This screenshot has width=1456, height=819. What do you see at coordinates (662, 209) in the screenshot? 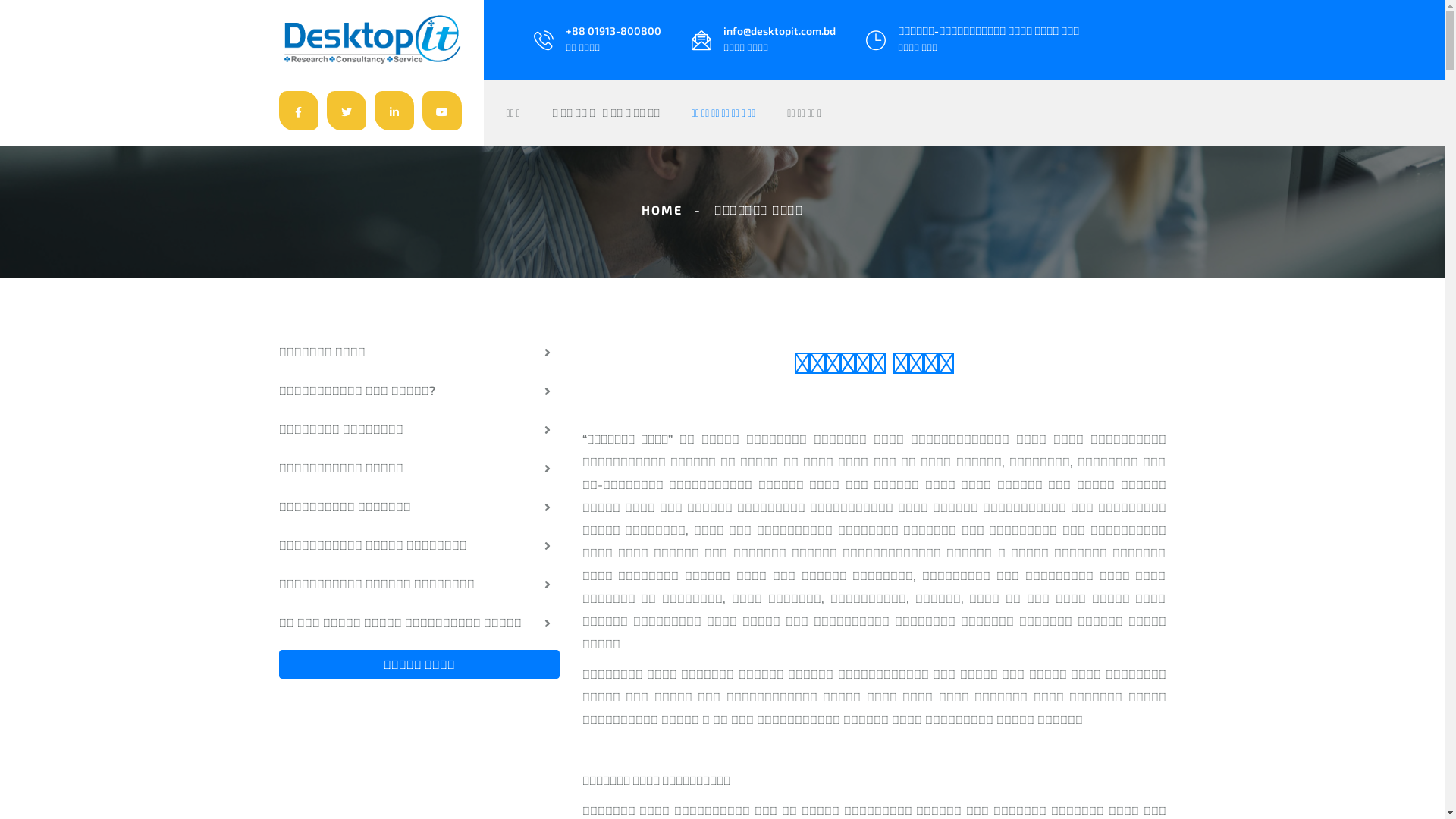
I see `'HOME'` at bounding box center [662, 209].